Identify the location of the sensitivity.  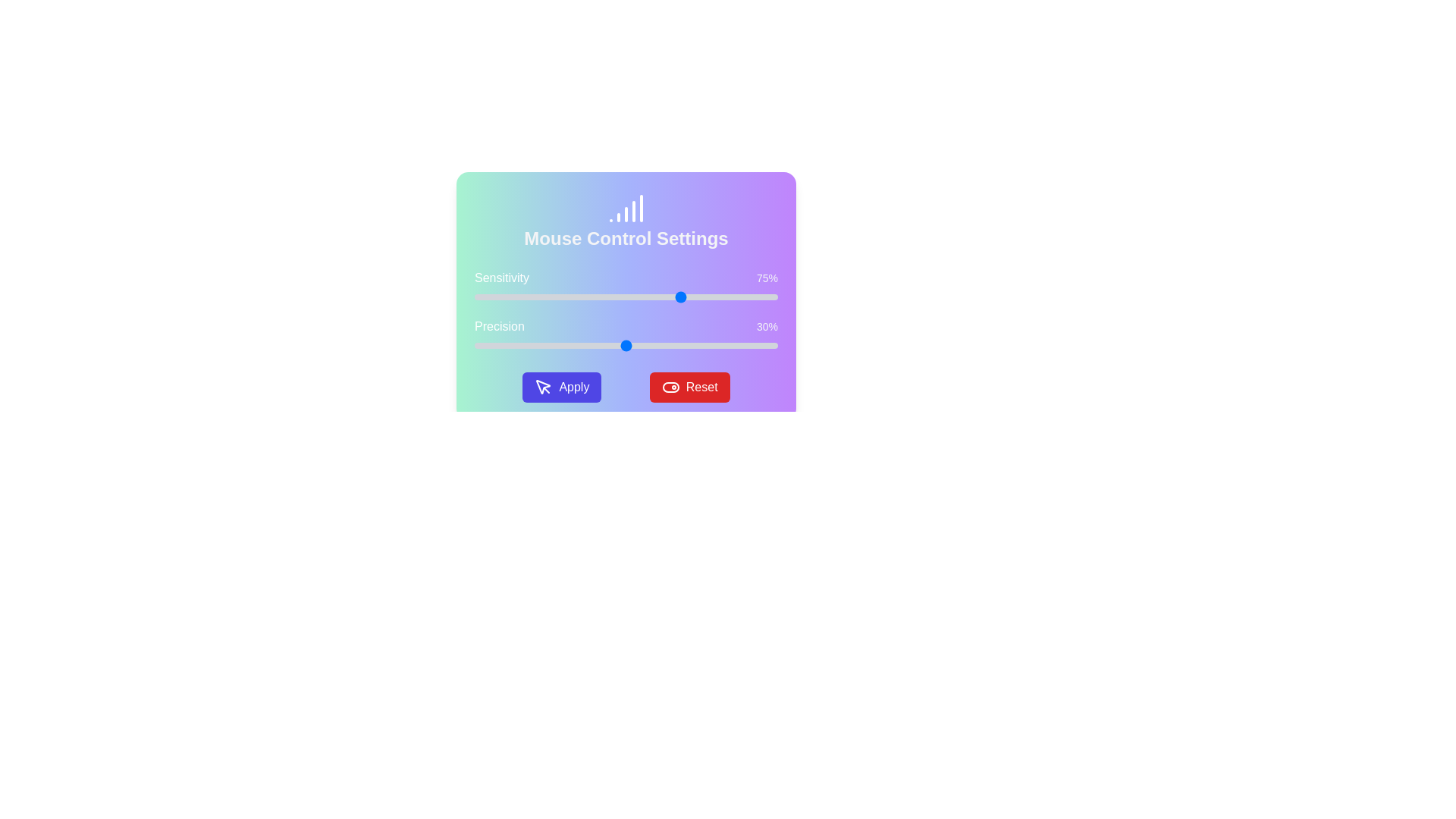
(690, 297).